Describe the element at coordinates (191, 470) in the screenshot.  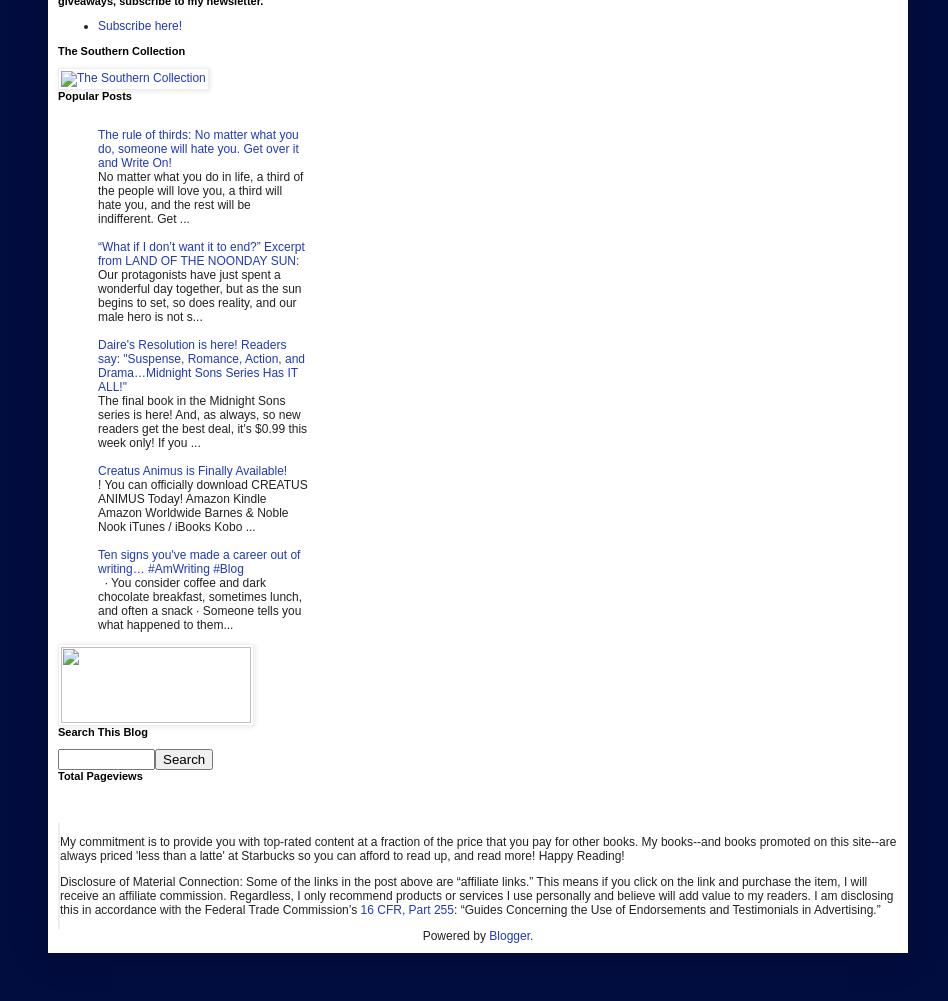
I see `'Creatus Animus is Finally Available!'` at that location.